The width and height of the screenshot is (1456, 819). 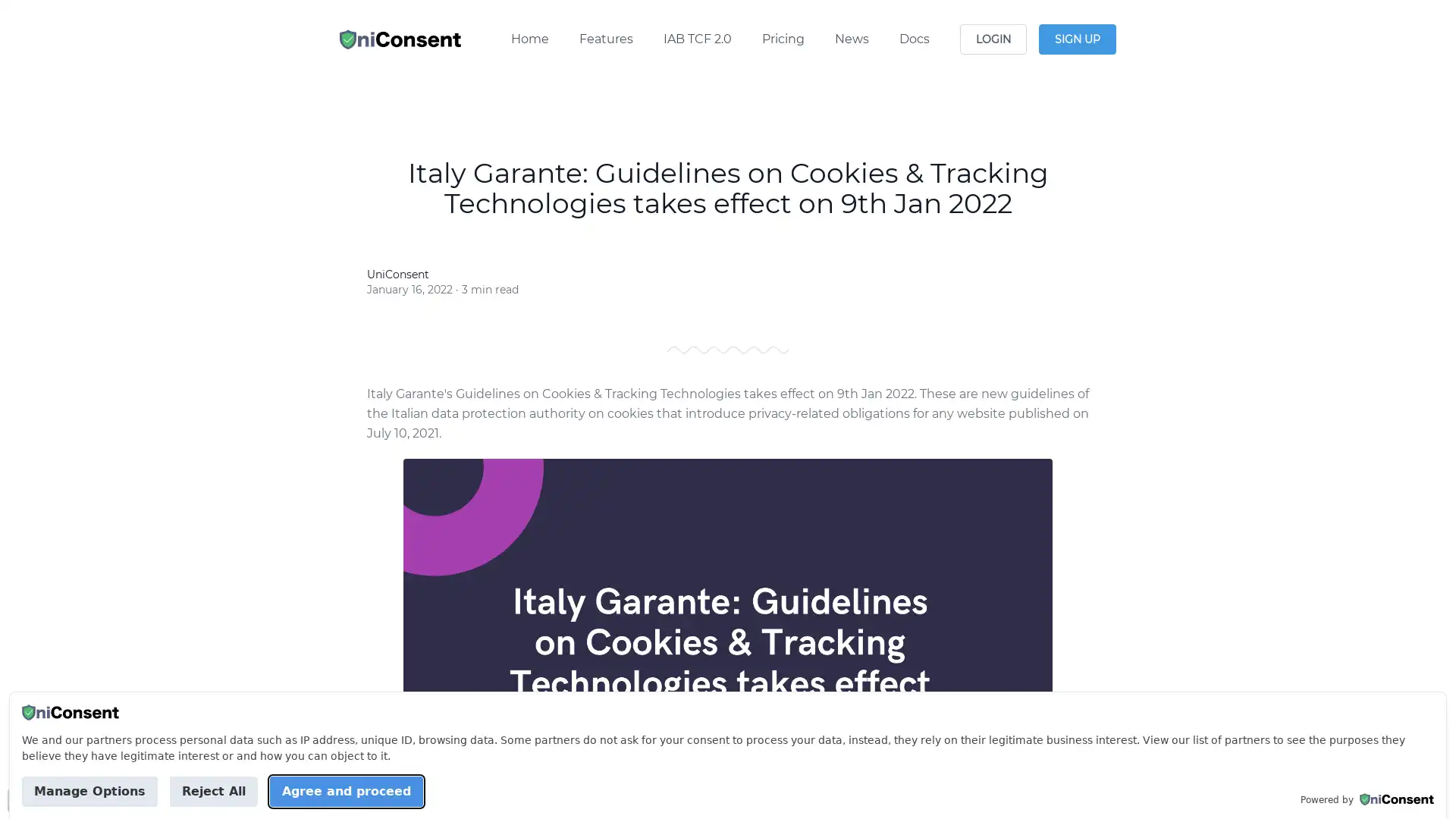 What do you see at coordinates (345, 791) in the screenshot?
I see `Agree and proceed` at bounding box center [345, 791].